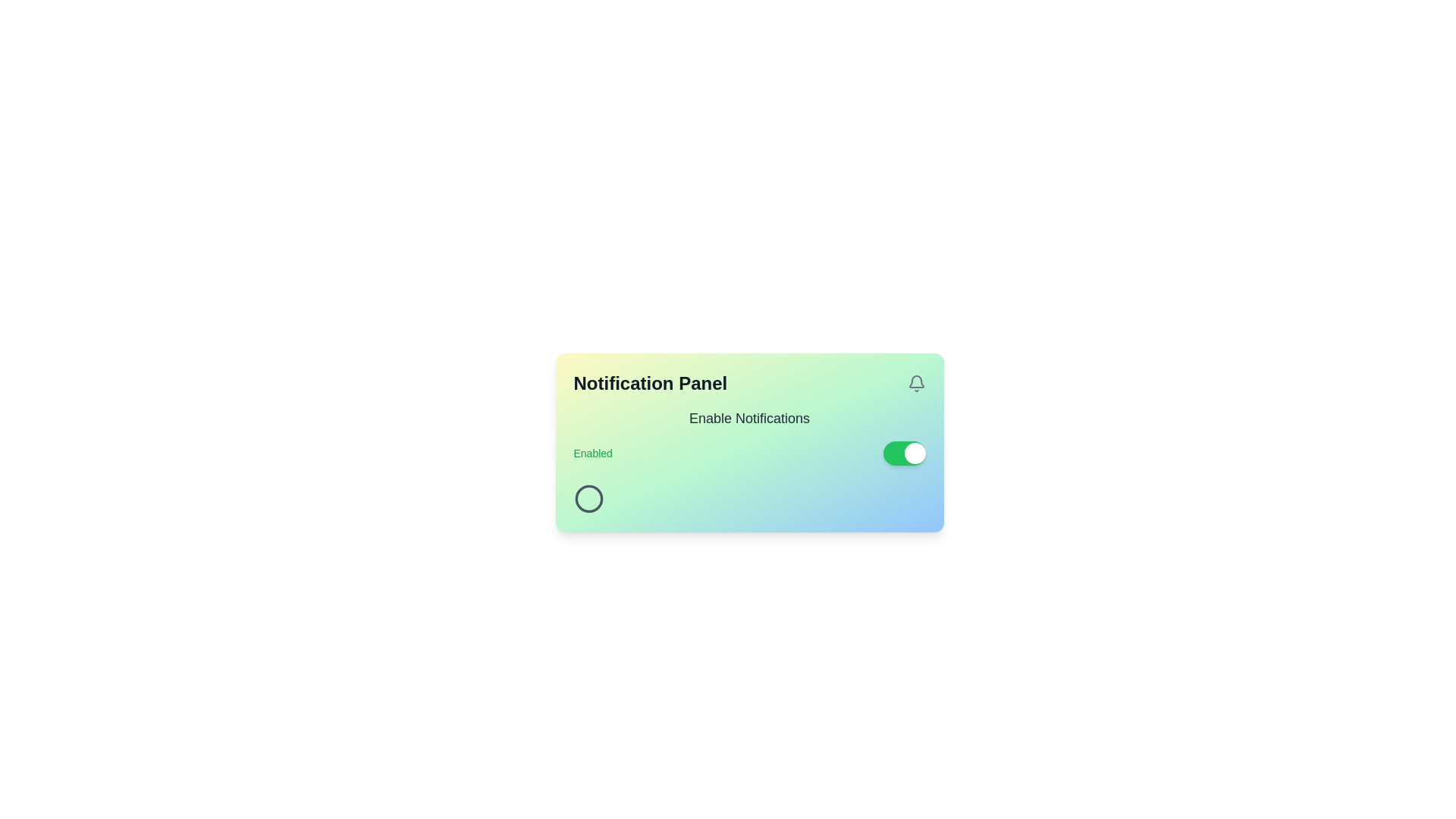 This screenshot has width=1456, height=819. I want to click on information from the 'Notification Panel' which has a gradient background and contains a toggle switch and status indicator, so click(749, 442).